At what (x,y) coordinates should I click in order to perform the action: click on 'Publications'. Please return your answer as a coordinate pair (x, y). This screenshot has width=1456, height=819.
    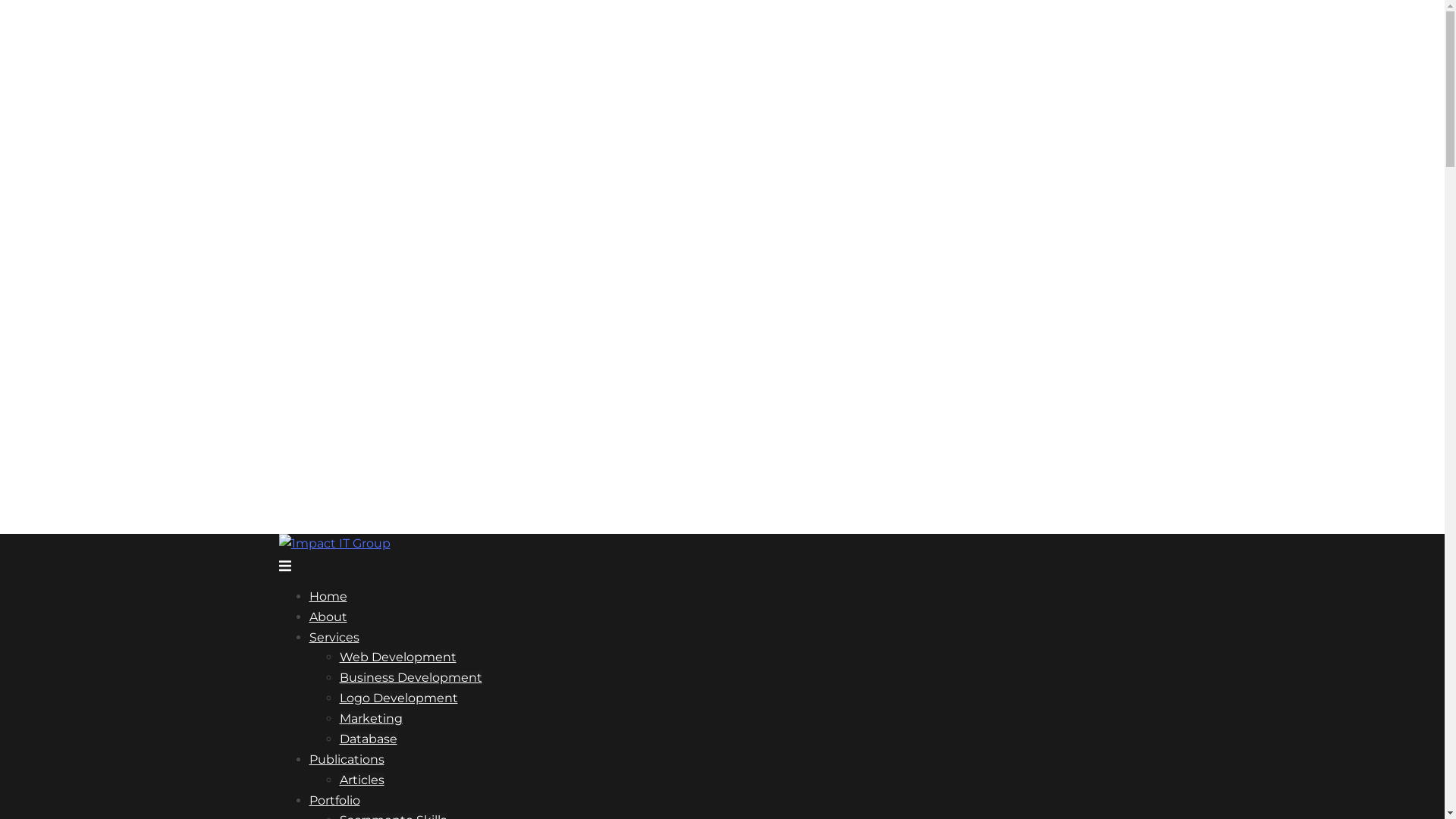
    Looking at the image, I should click on (346, 759).